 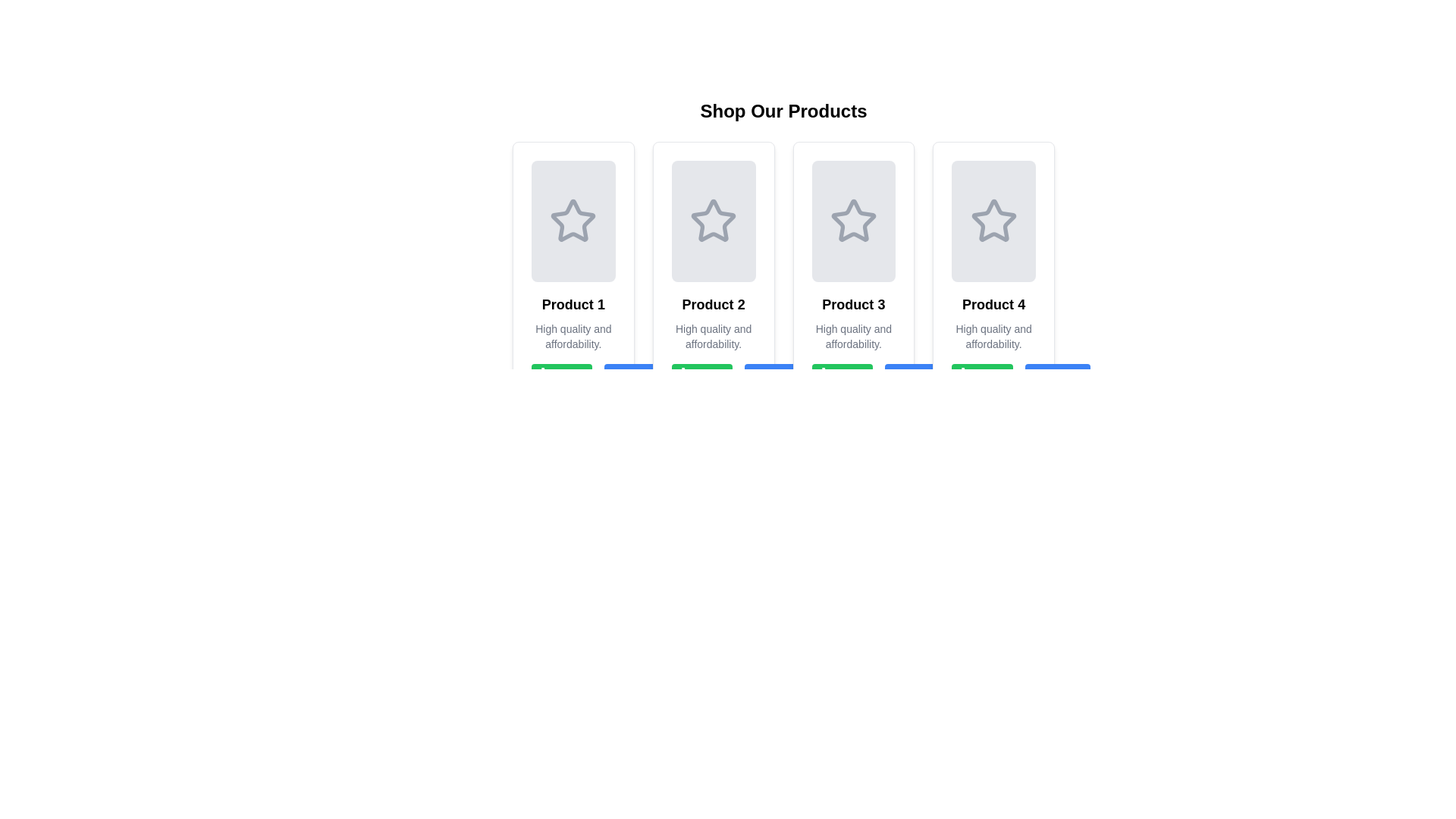 I want to click on shopping cart icon located on the leftmost side of the 'Add' button under the 'Product 3' panel, so click(x=829, y=375).